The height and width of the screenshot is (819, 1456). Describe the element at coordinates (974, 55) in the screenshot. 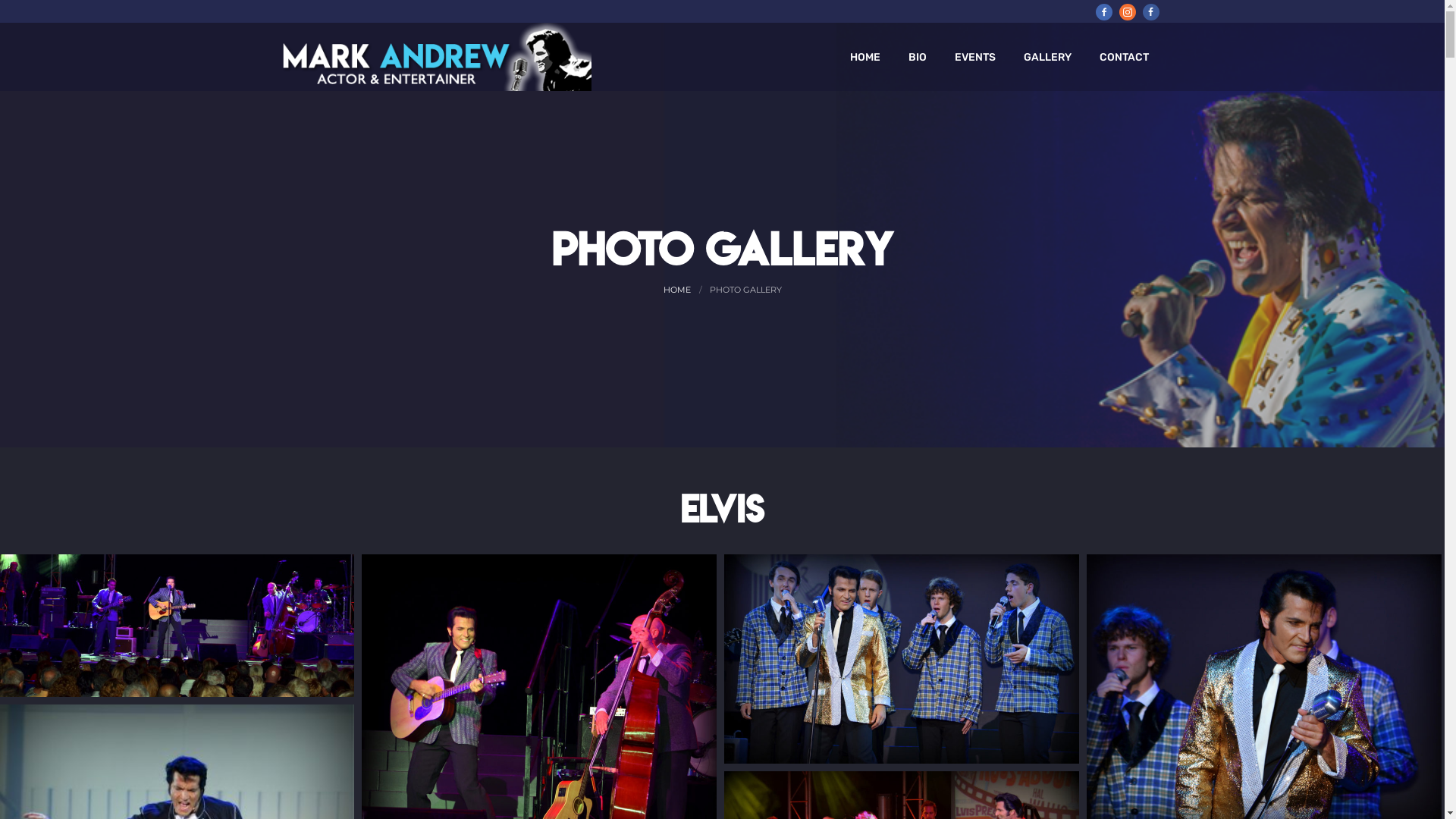

I see `'EVENTS'` at that location.